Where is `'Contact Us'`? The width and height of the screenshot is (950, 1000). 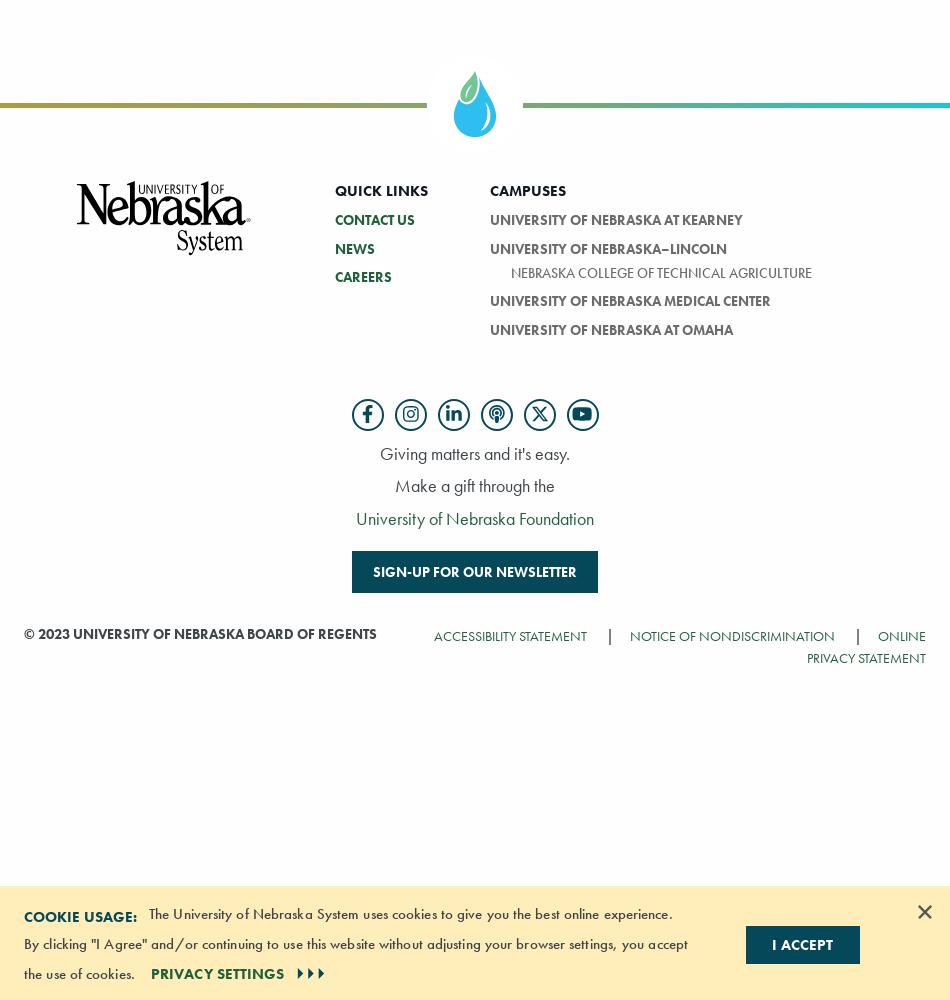 'Contact Us' is located at coordinates (373, 218).